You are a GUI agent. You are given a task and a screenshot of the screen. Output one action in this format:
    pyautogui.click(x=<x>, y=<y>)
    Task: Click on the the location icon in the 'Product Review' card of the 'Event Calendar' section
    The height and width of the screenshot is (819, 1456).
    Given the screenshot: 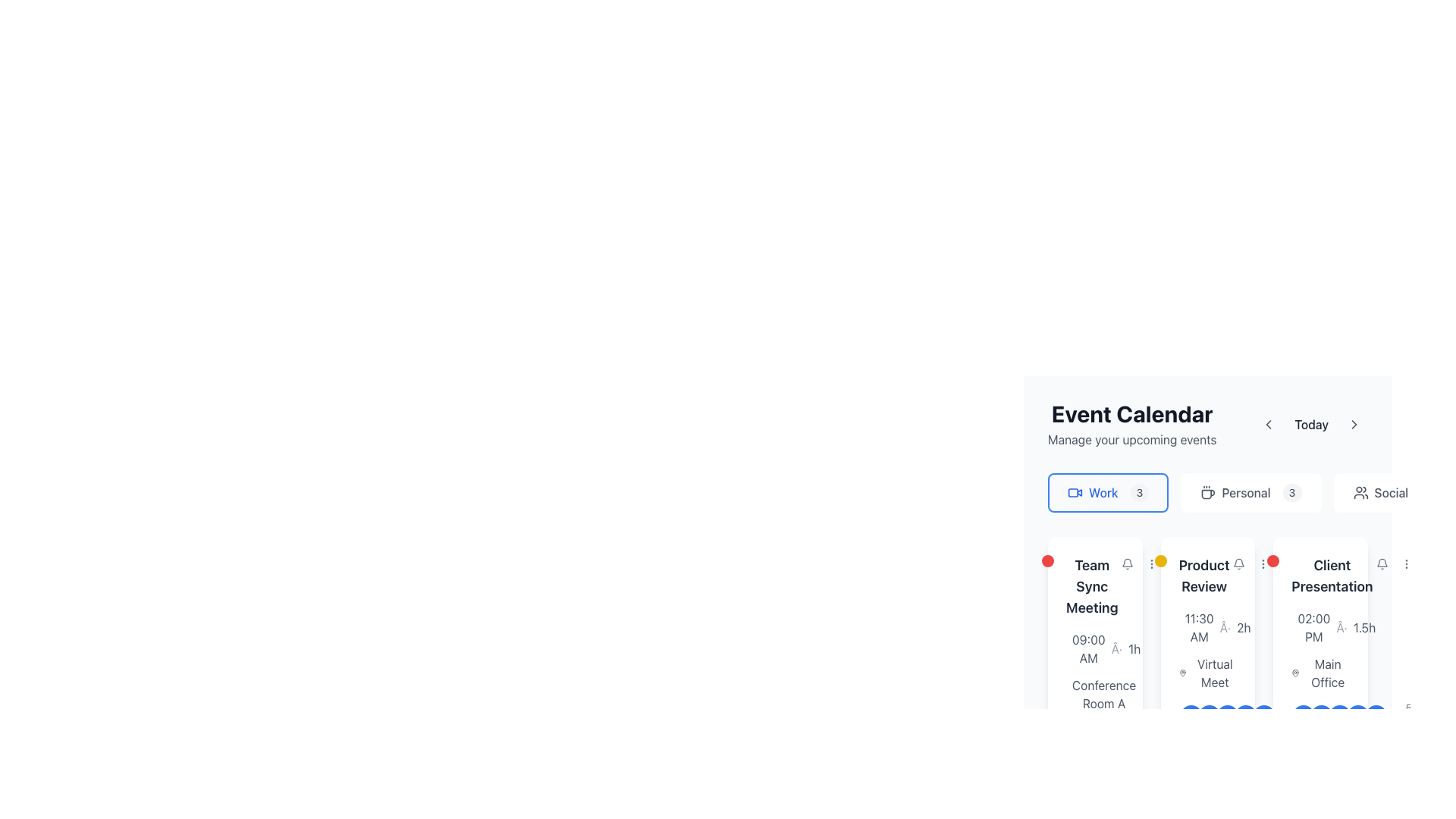 What is the action you would take?
    pyautogui.click(x=1182, y=672)
    